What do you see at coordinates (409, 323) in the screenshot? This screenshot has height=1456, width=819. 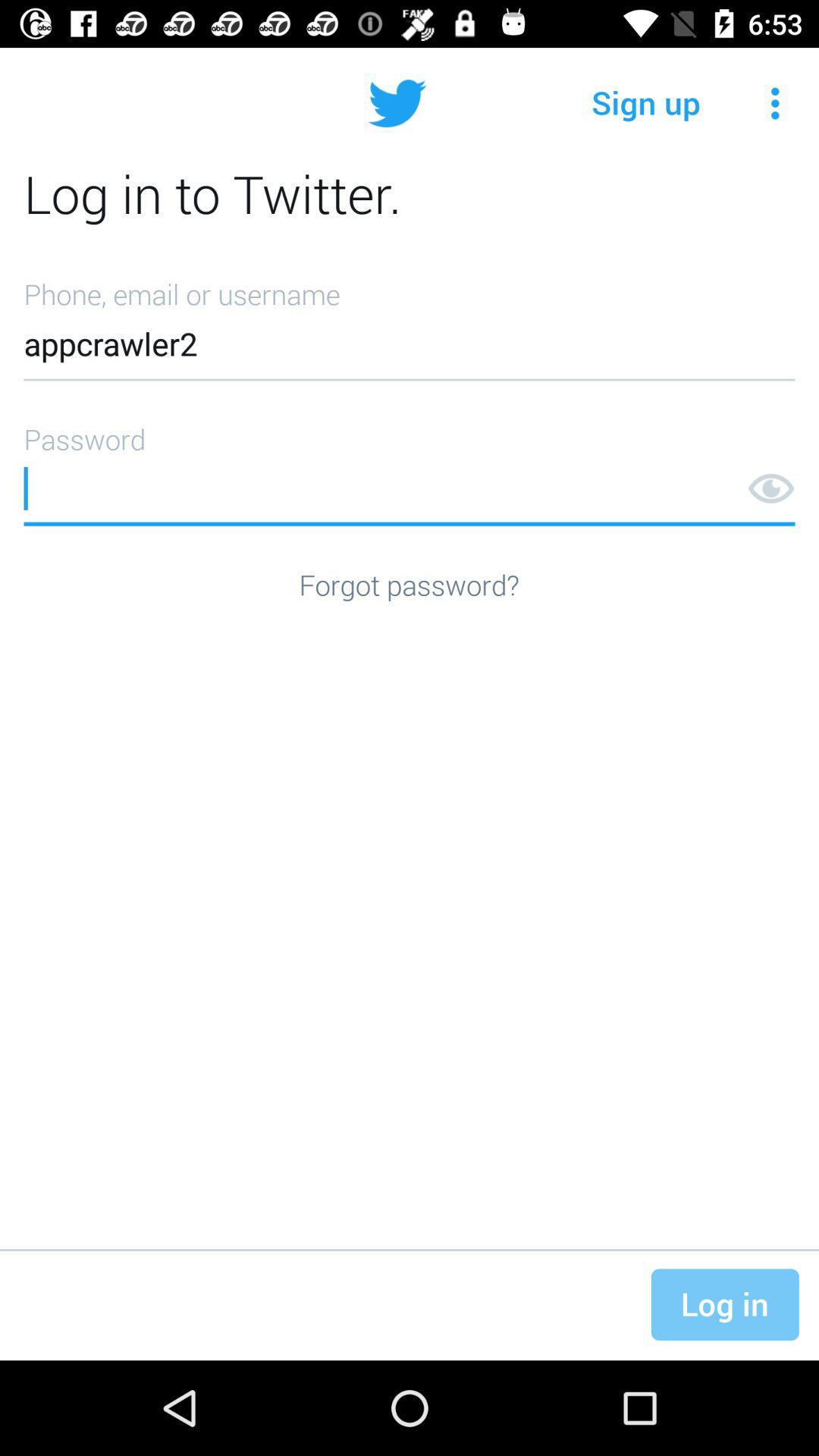 I see `appcrawler2 item` at bounding box center [409, 323].